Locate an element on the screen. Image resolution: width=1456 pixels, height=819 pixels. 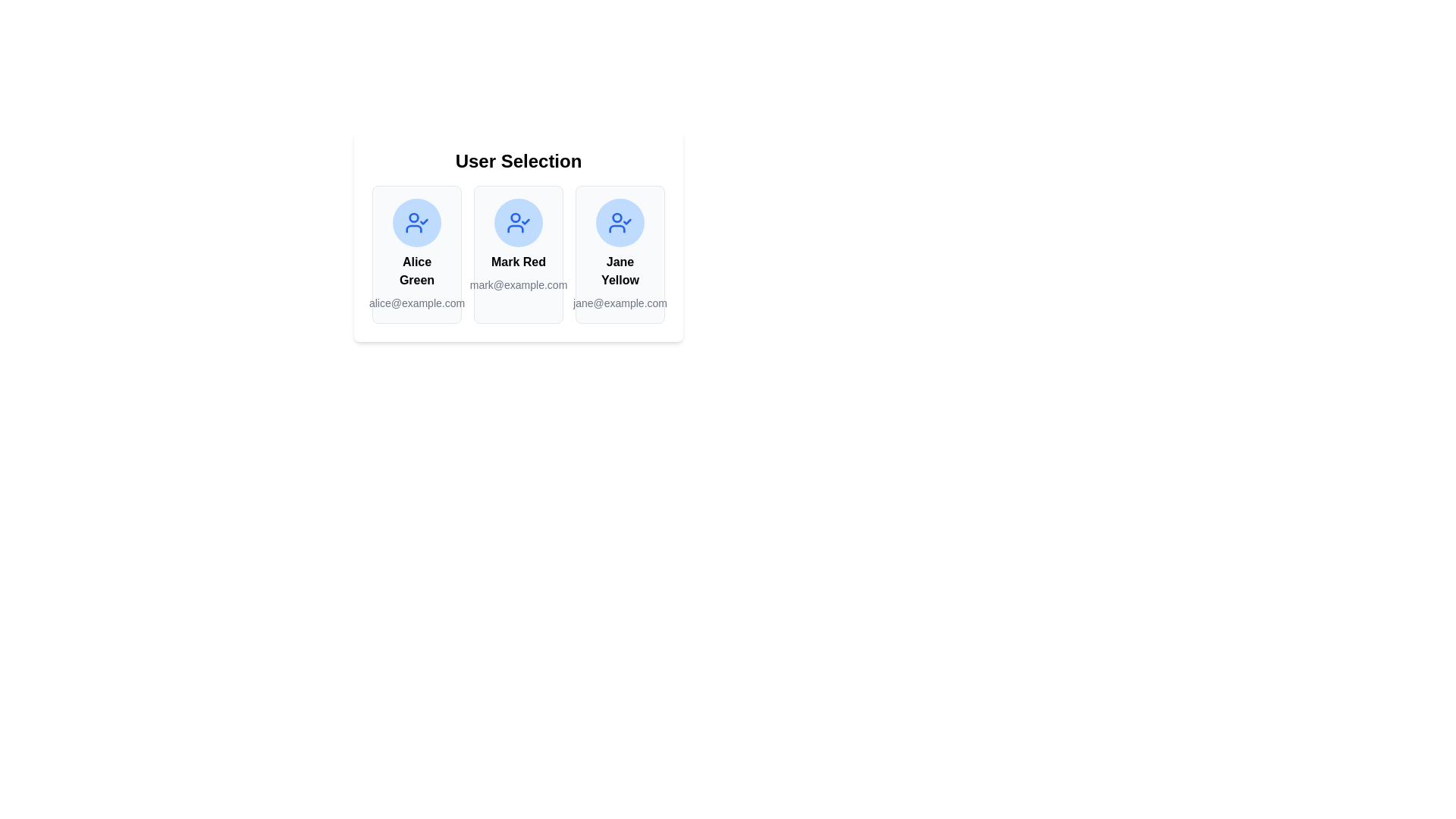
the Text Label displaying the user's name in the center card of the three-card layout, located beneath the blue circular avatar icon and above the email address 'mark@example.com' is located at coordinates (519, 262).